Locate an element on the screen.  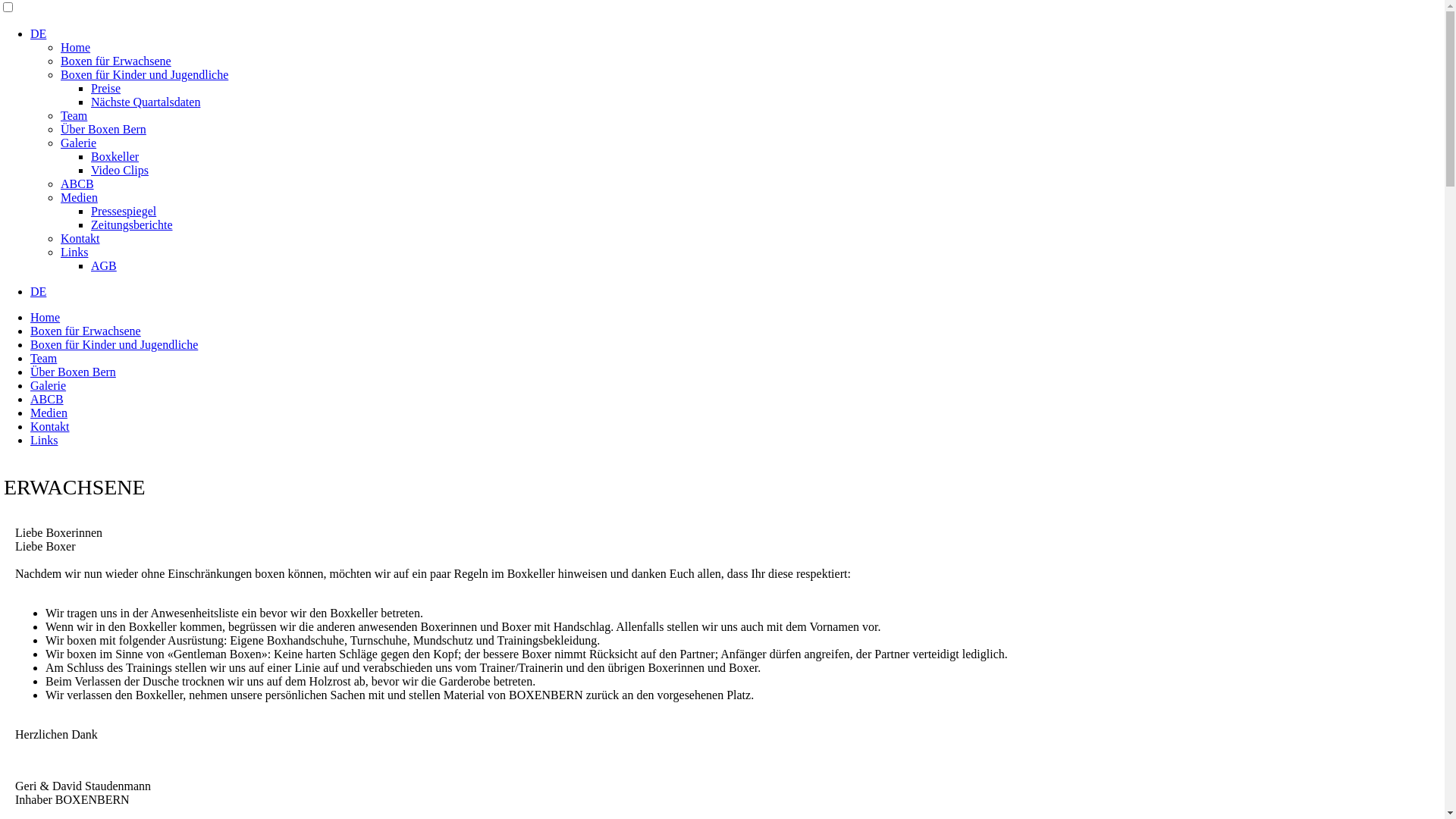
'Home' is located at coordinates (45, 316).